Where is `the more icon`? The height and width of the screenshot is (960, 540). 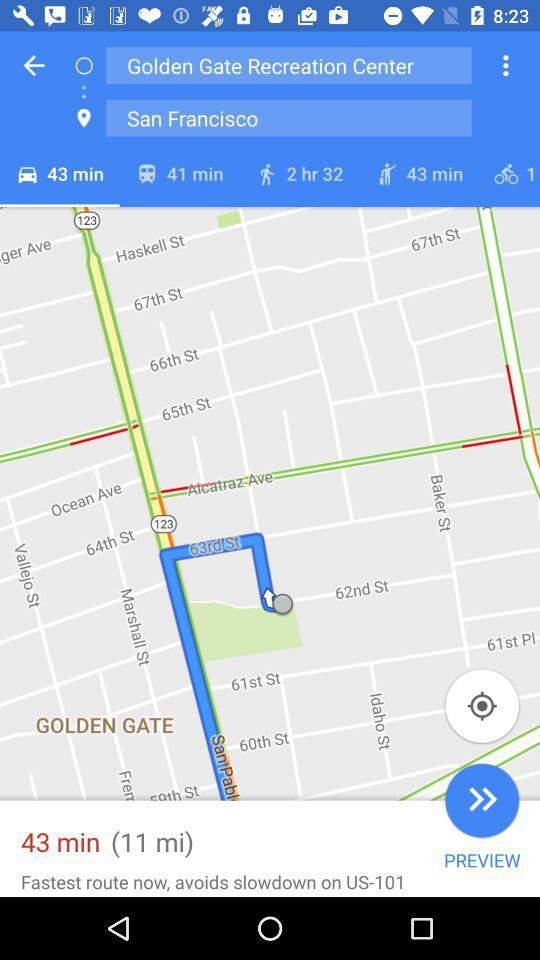 the more icon is located at coordinates (504, 65).